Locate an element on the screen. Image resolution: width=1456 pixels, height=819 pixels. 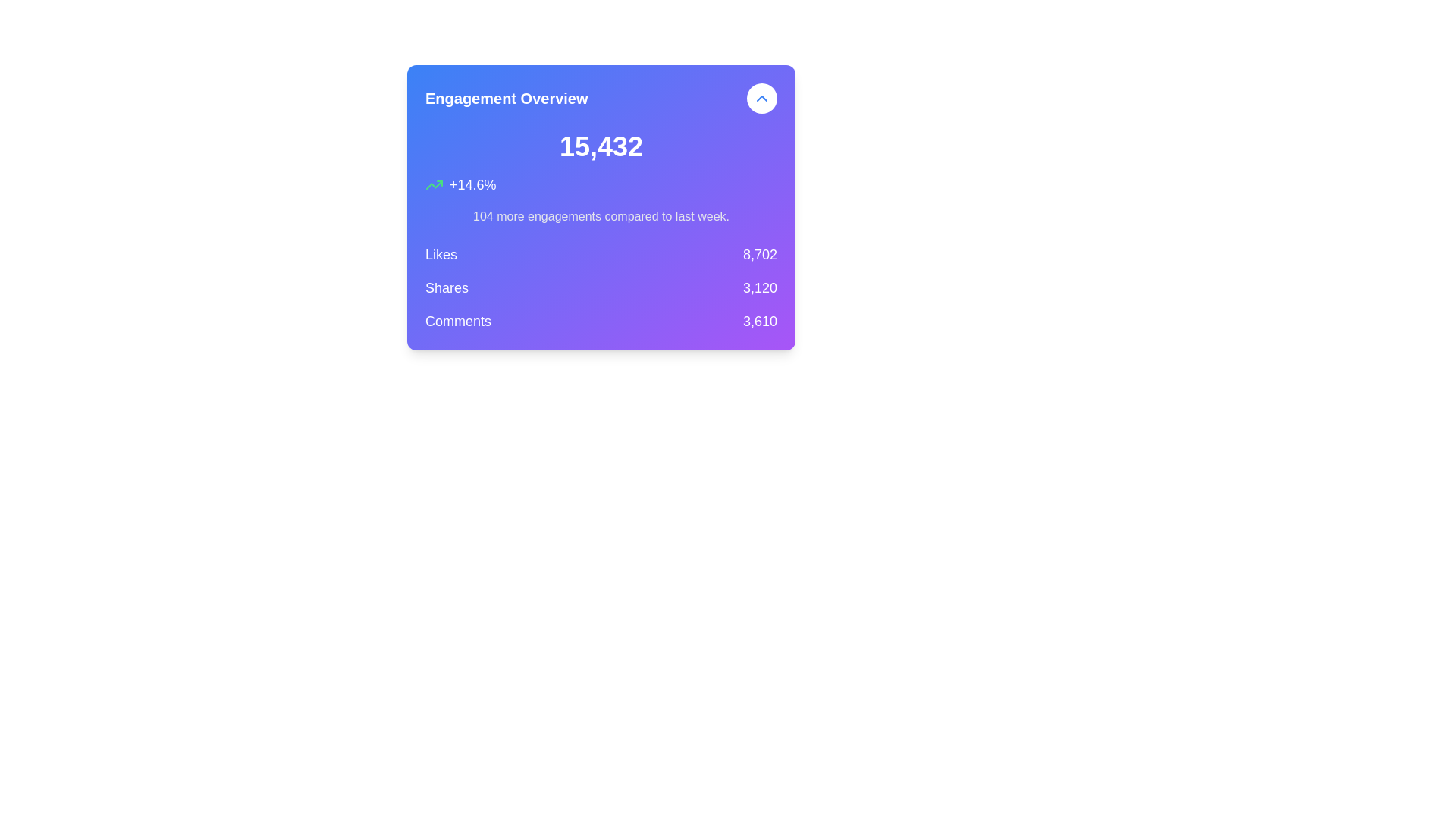
the 'Shares' statistic display element that shows the value '3,120', positioned between 'Likes' and 'Comments' in the vertical list is located at coordinates (600, 288).